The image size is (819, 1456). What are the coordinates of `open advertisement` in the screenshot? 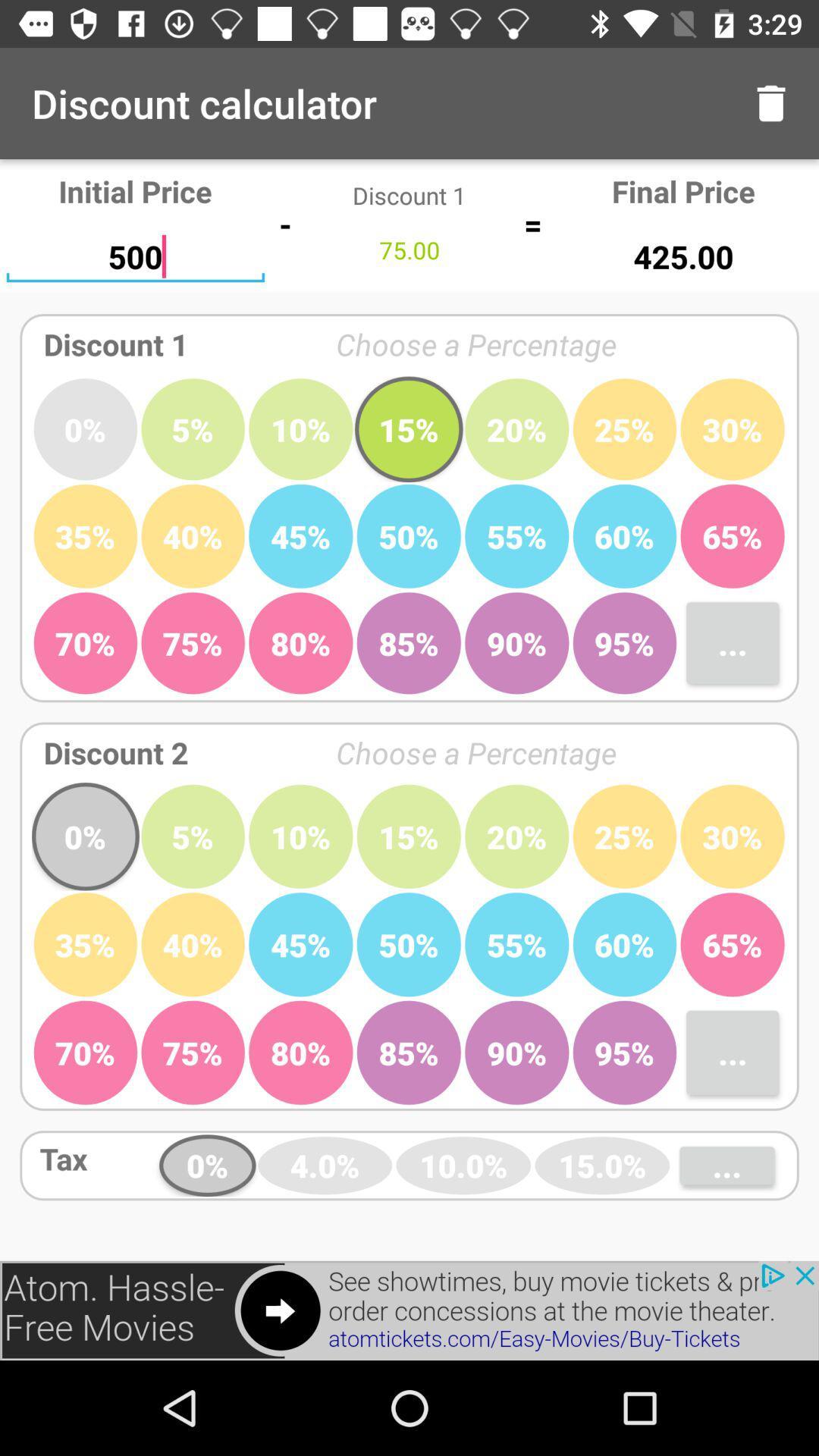 It's located at (409, 1310).